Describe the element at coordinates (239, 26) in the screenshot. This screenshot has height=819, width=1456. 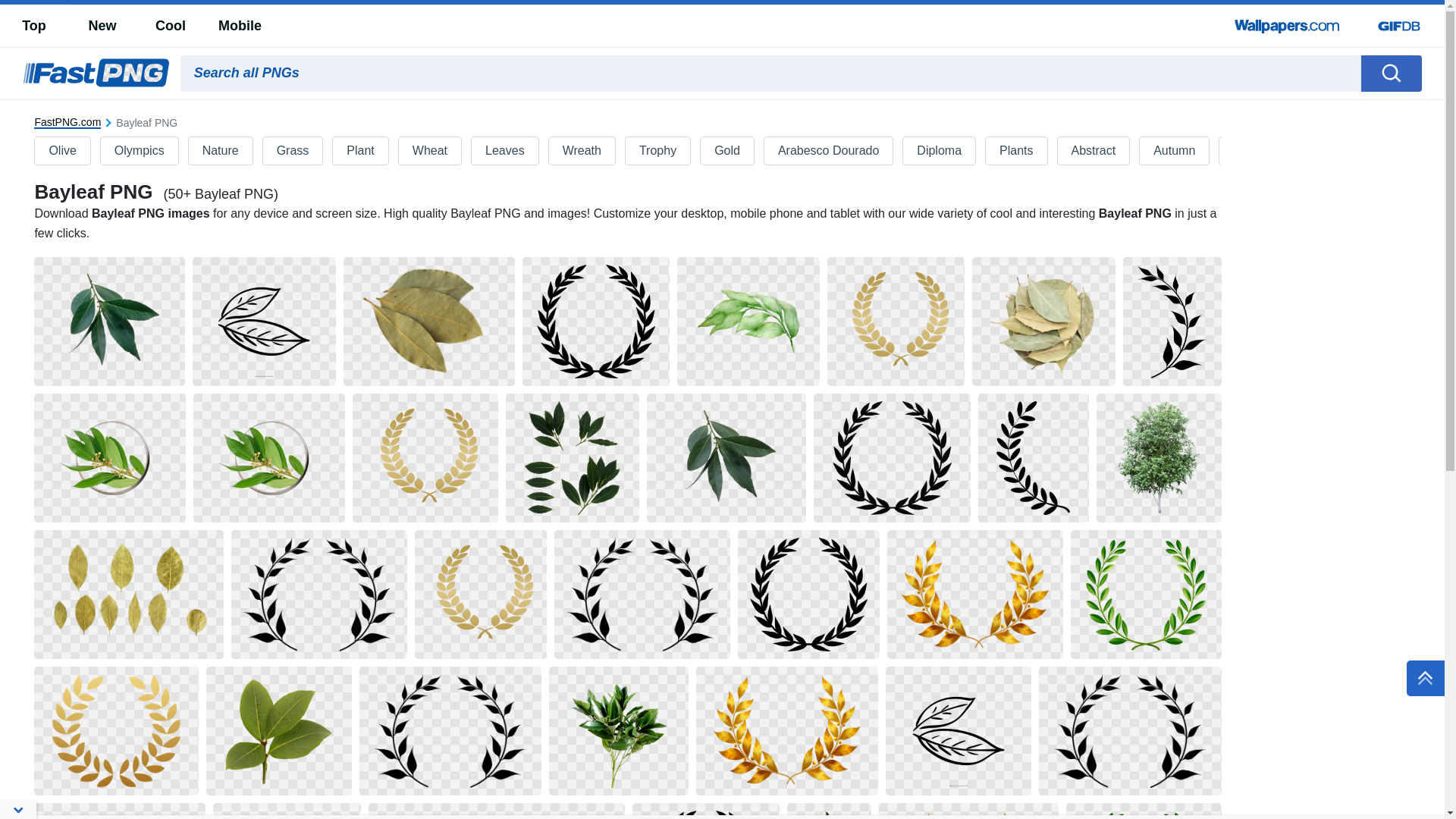
I see `'Mobile'` at that location.